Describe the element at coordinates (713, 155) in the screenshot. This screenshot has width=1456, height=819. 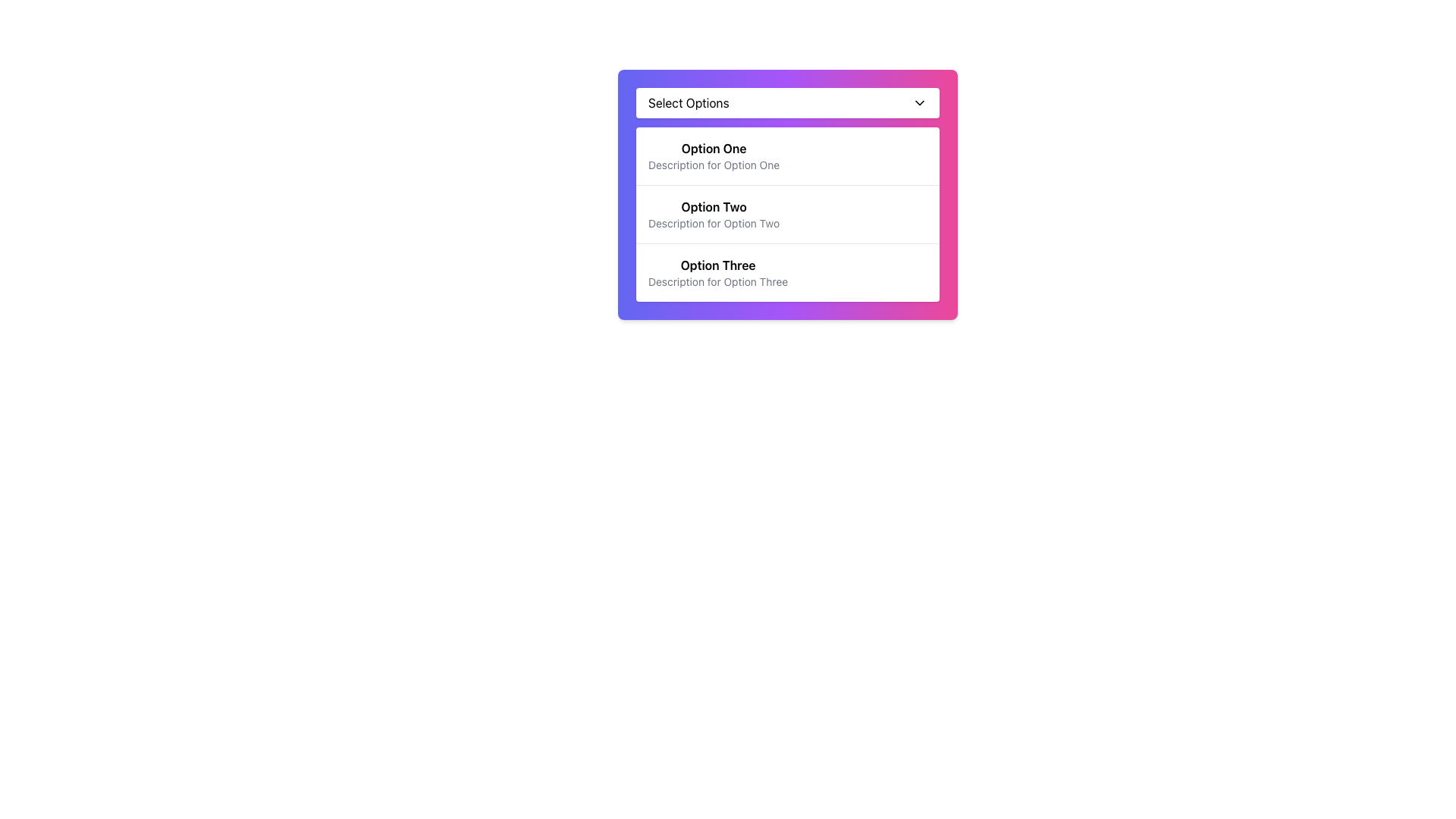
I see `the dropdown menu item titled 'Option One'` at that location.